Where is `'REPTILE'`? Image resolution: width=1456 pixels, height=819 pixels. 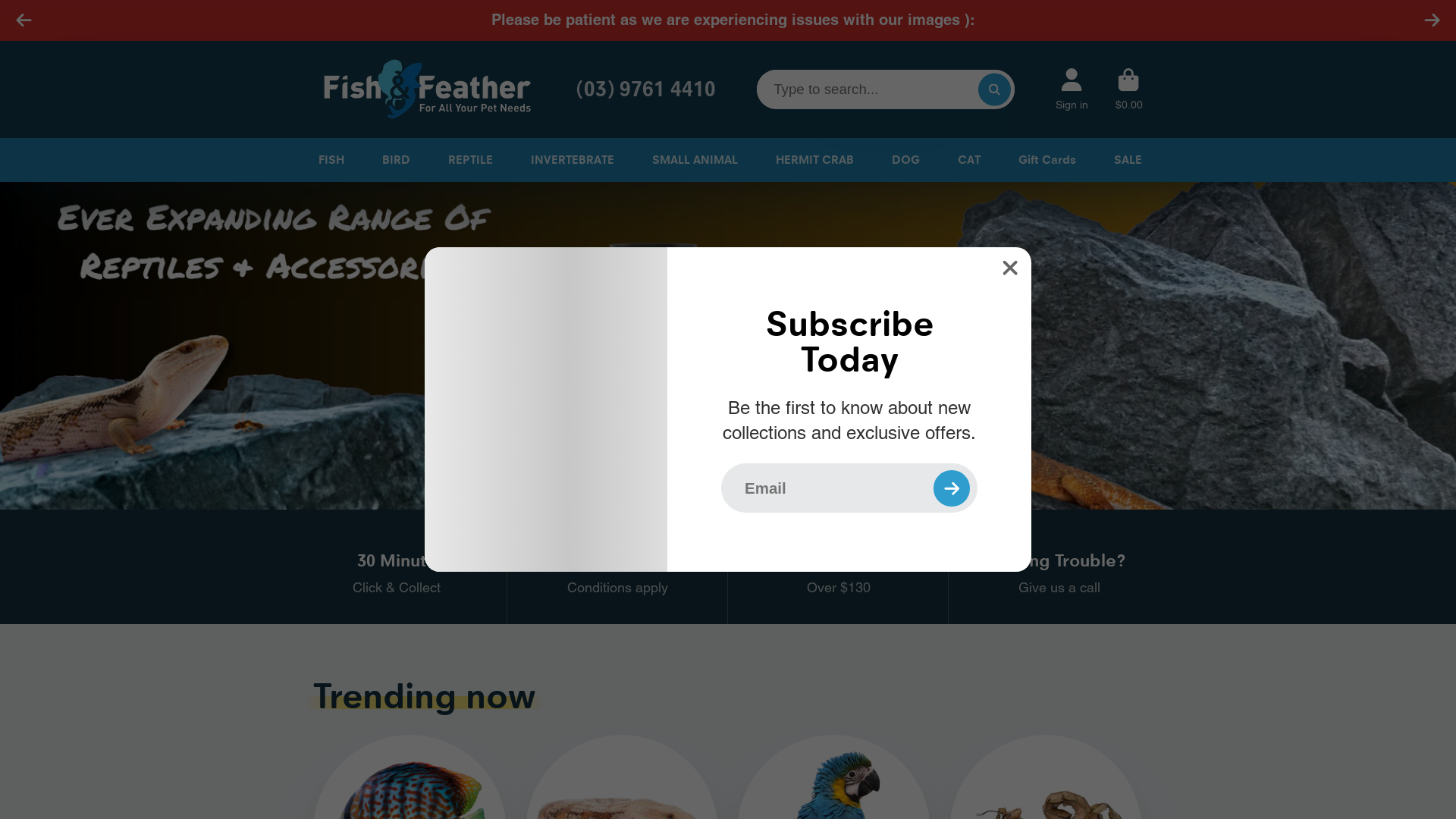
'REPTILE' is located at coordinates (467, 160).